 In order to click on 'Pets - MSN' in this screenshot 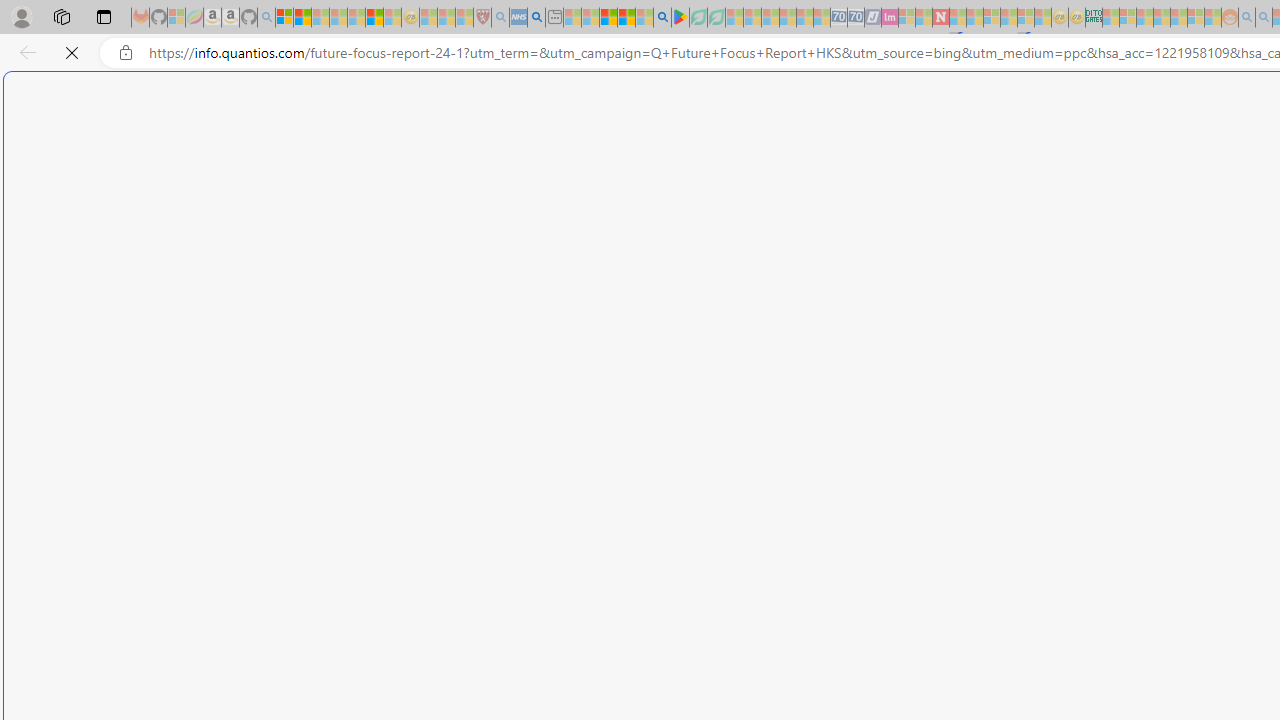, I will do `click(625, 17)`.